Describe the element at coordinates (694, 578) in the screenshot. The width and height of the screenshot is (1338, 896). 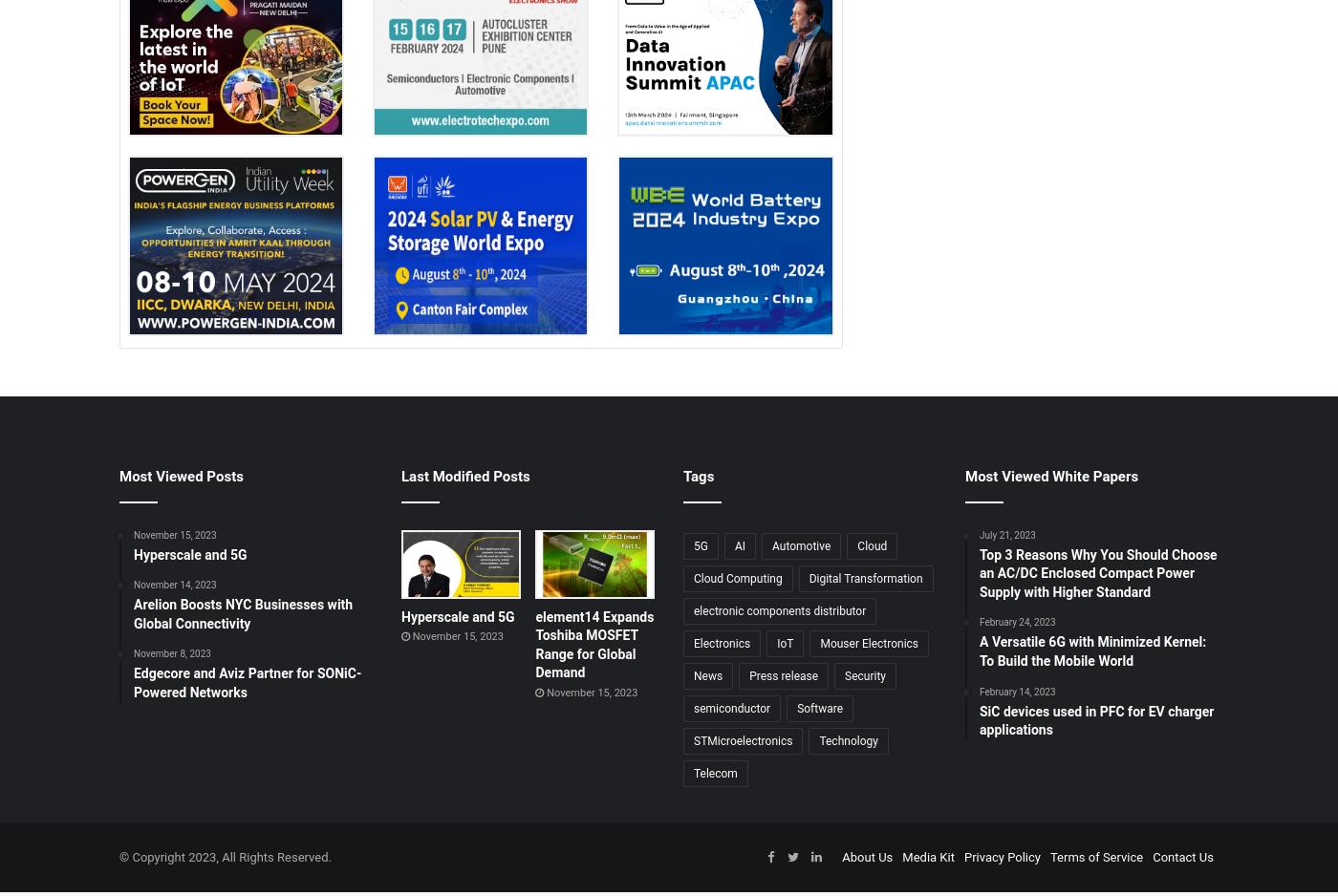
I see `'Cloud Computing'` at that location.